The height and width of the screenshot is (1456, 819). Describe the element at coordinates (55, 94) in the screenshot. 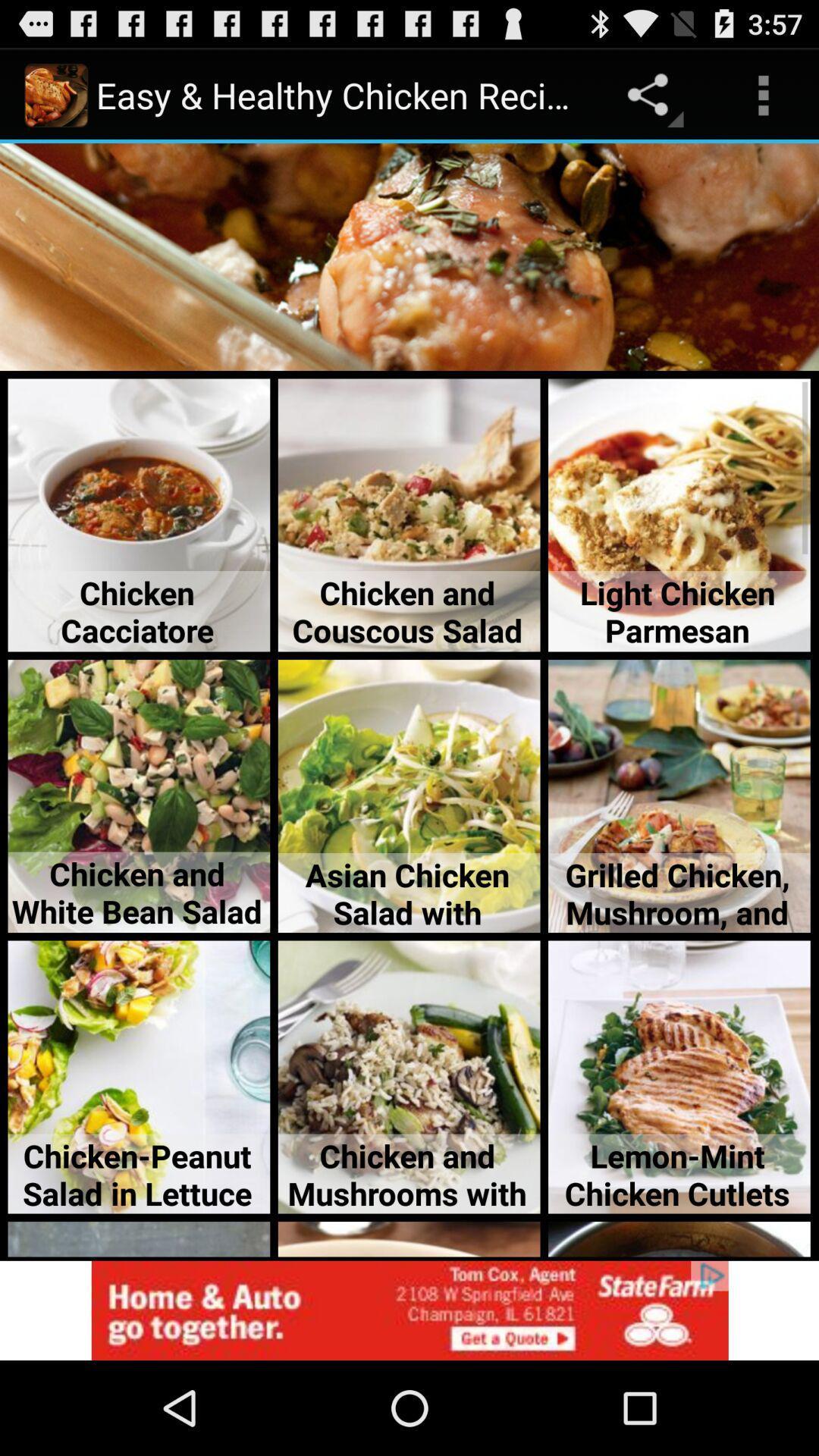

I see `the image on the top most left of the page` at that location.